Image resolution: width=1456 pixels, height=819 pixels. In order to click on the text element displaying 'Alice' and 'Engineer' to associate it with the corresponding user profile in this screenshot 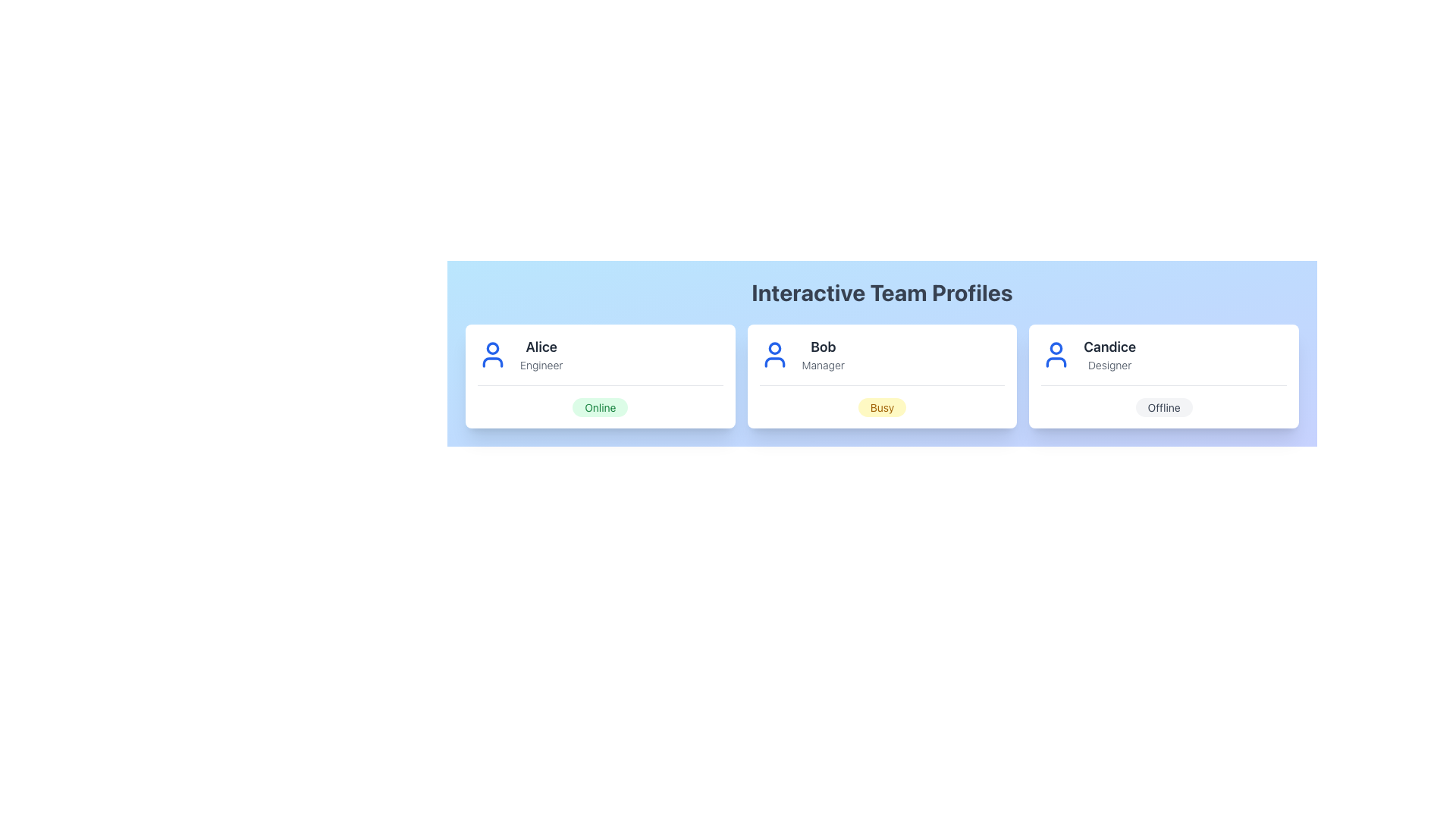, I will do `click(541, 354)`.